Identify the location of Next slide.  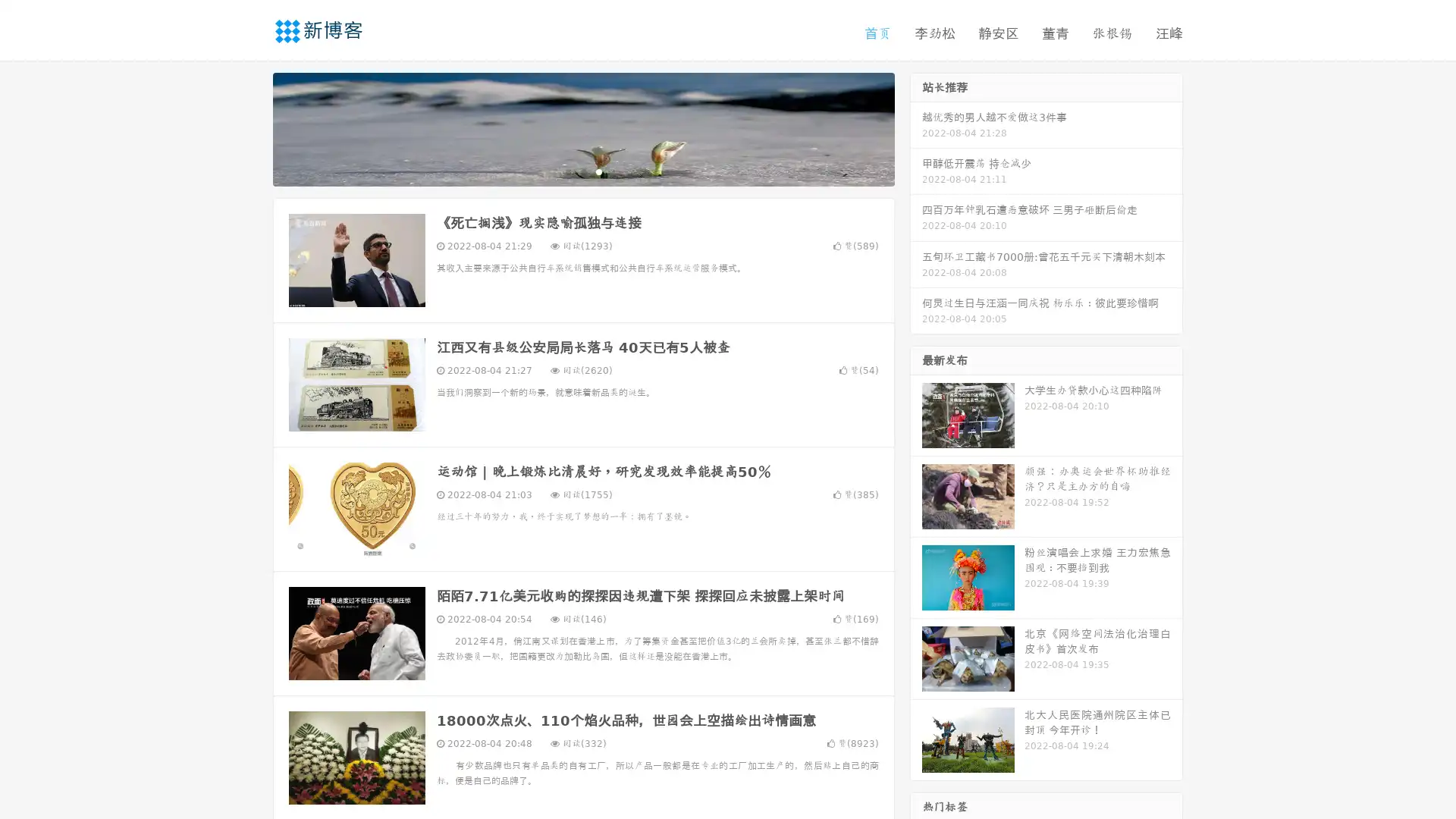
(916, 127).